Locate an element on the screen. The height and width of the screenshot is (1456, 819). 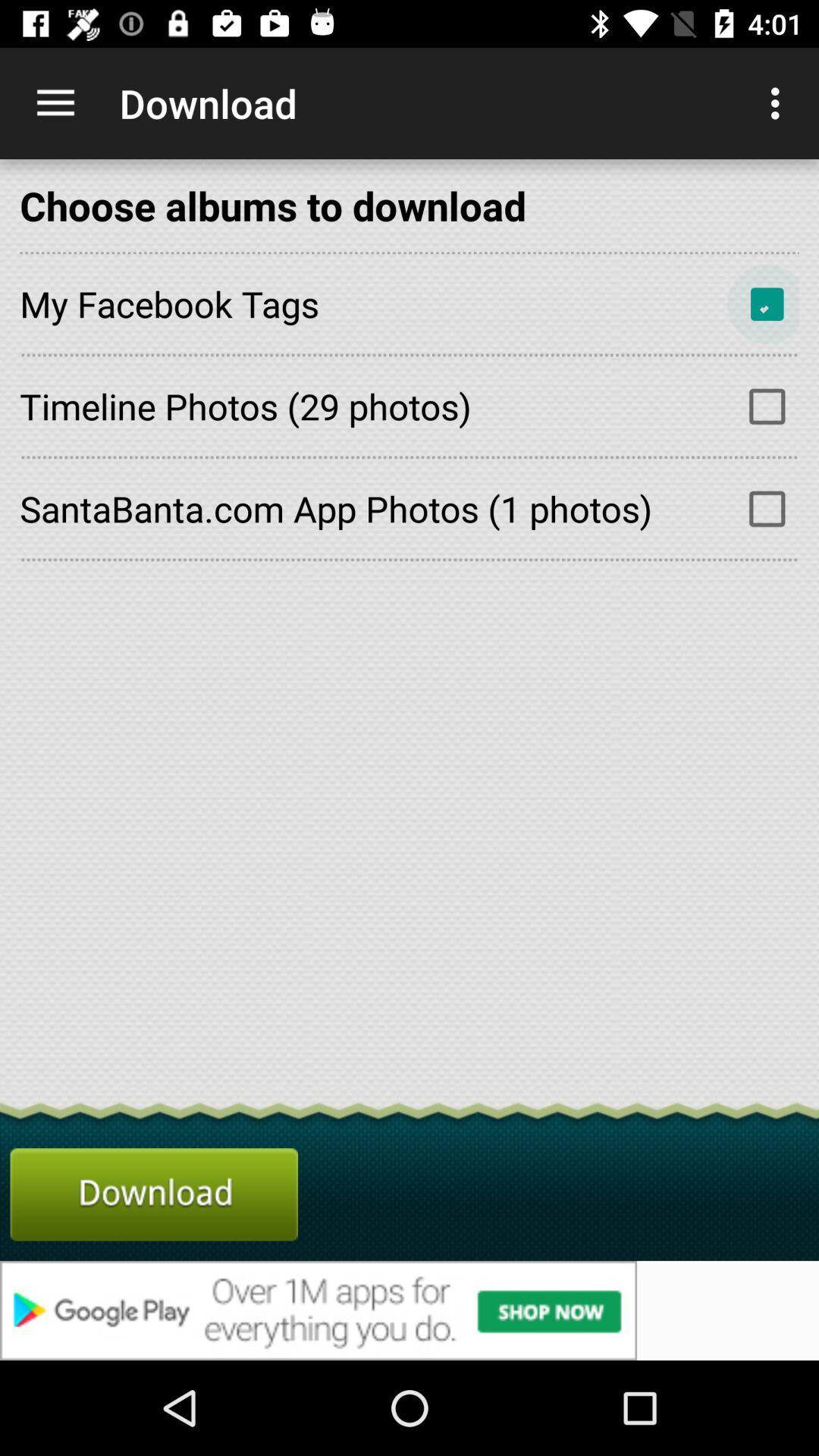
download the albums is located at coordinates (154, 1194).